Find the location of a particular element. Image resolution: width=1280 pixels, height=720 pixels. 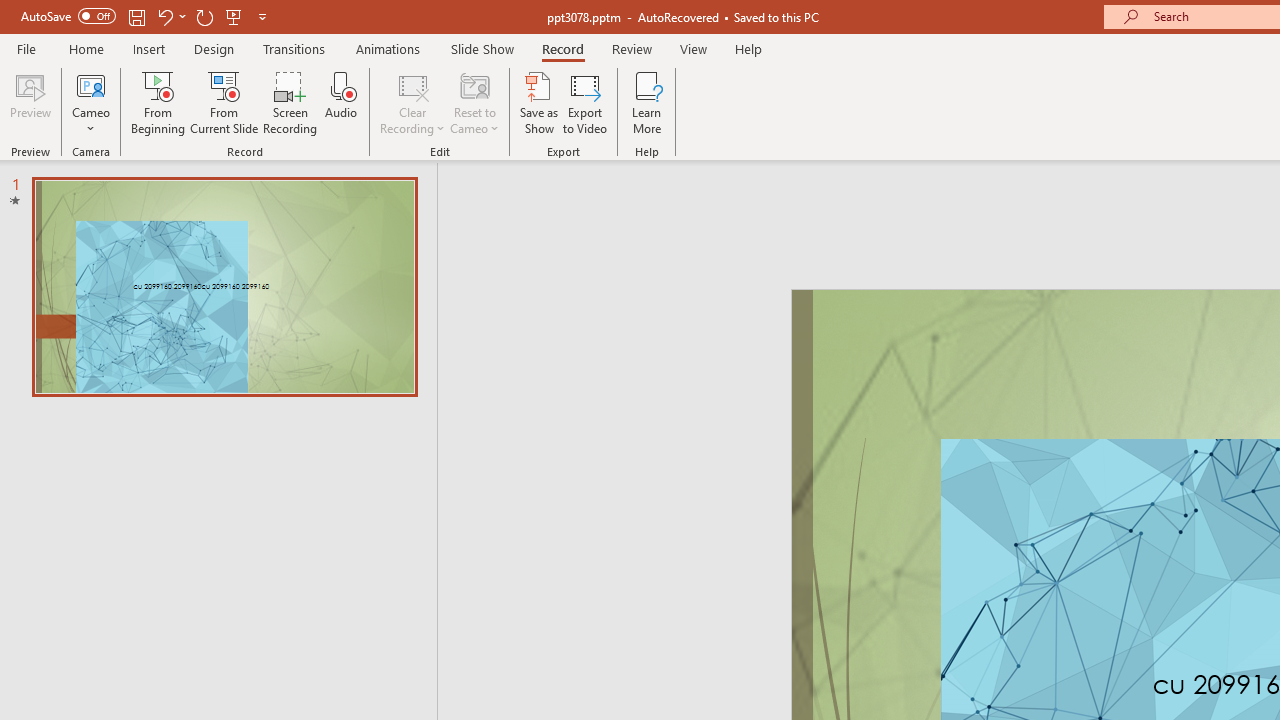

'Clear Recording' is located at coordinates (411, 103).